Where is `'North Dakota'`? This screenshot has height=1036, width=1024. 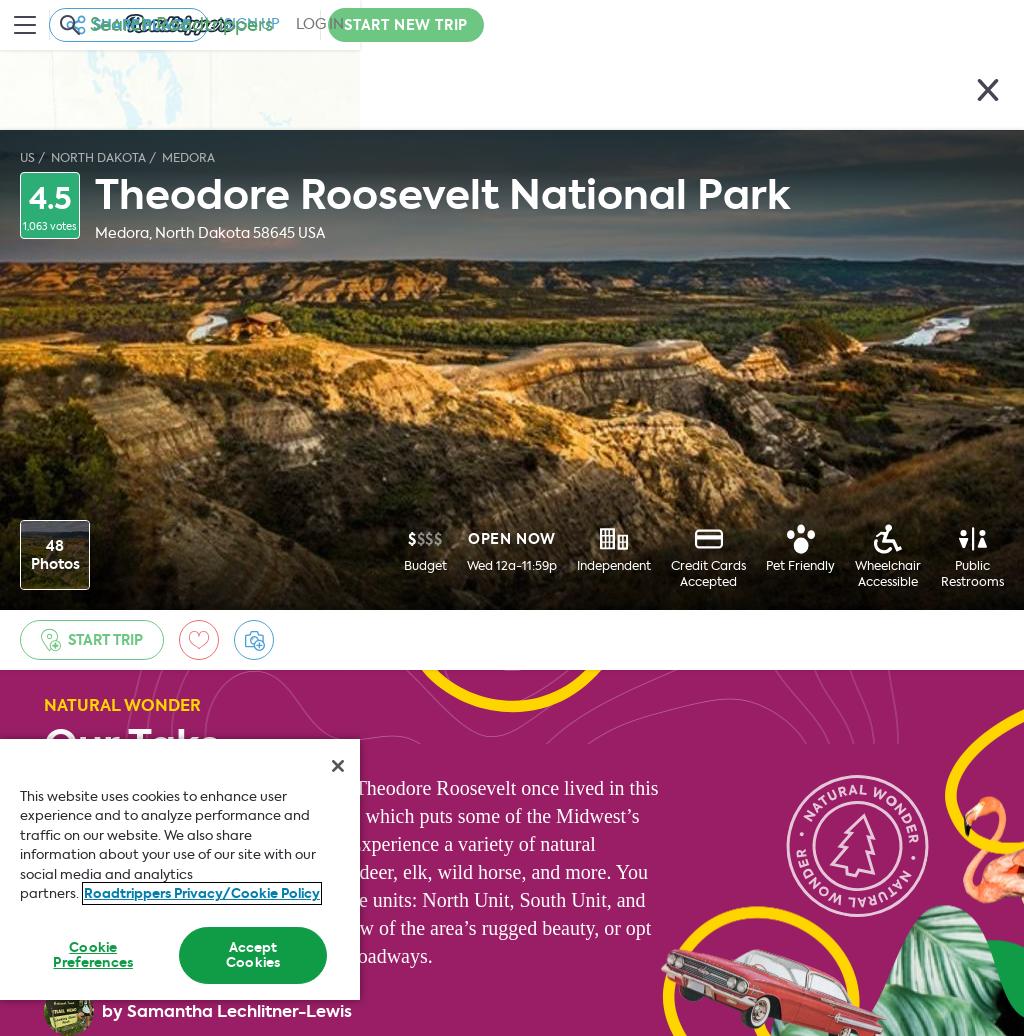
'North Dakota' is located at coordinates (98, 157).